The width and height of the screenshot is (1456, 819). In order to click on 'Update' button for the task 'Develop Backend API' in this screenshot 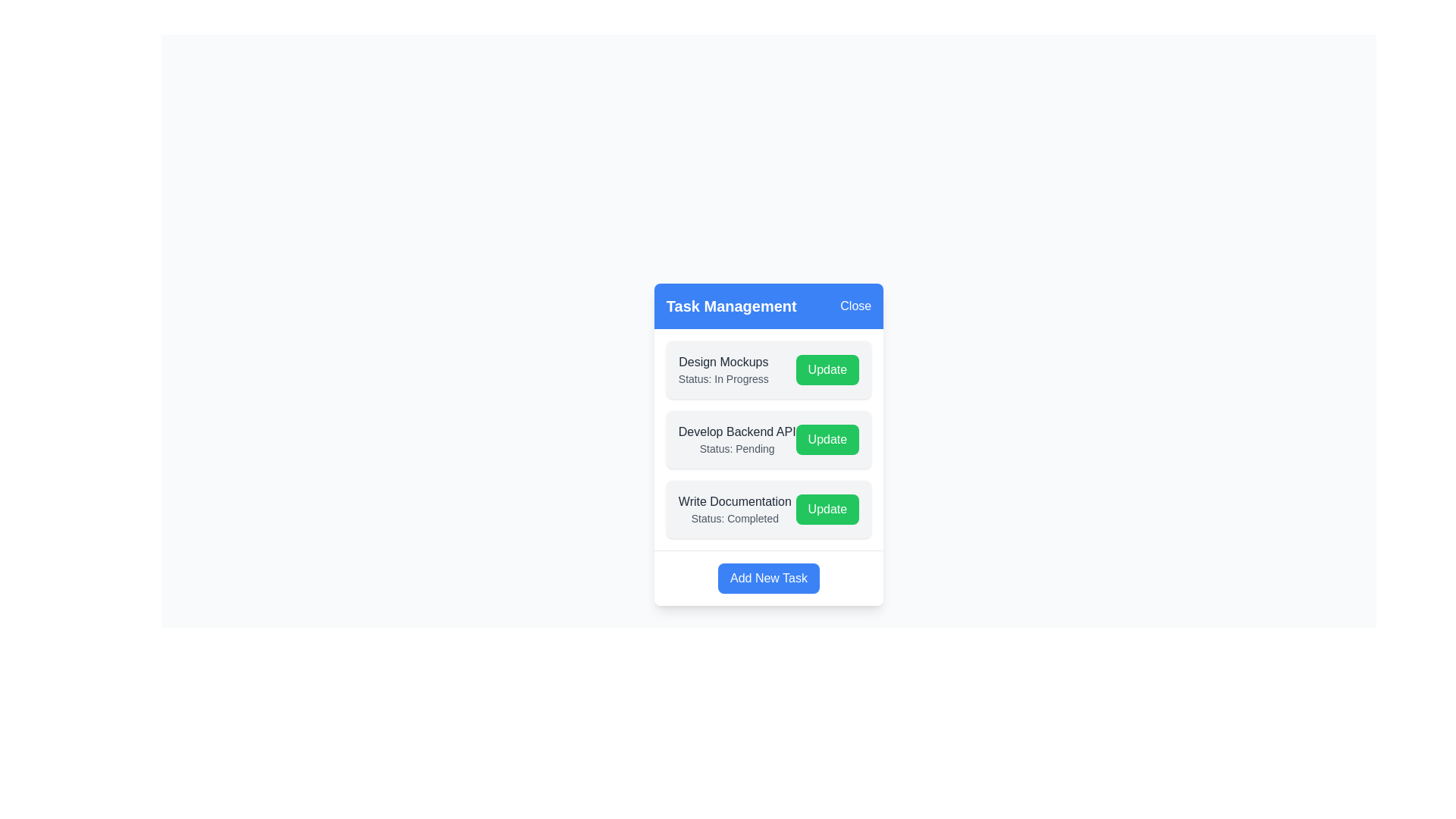, I will do `click(827, 439)`.